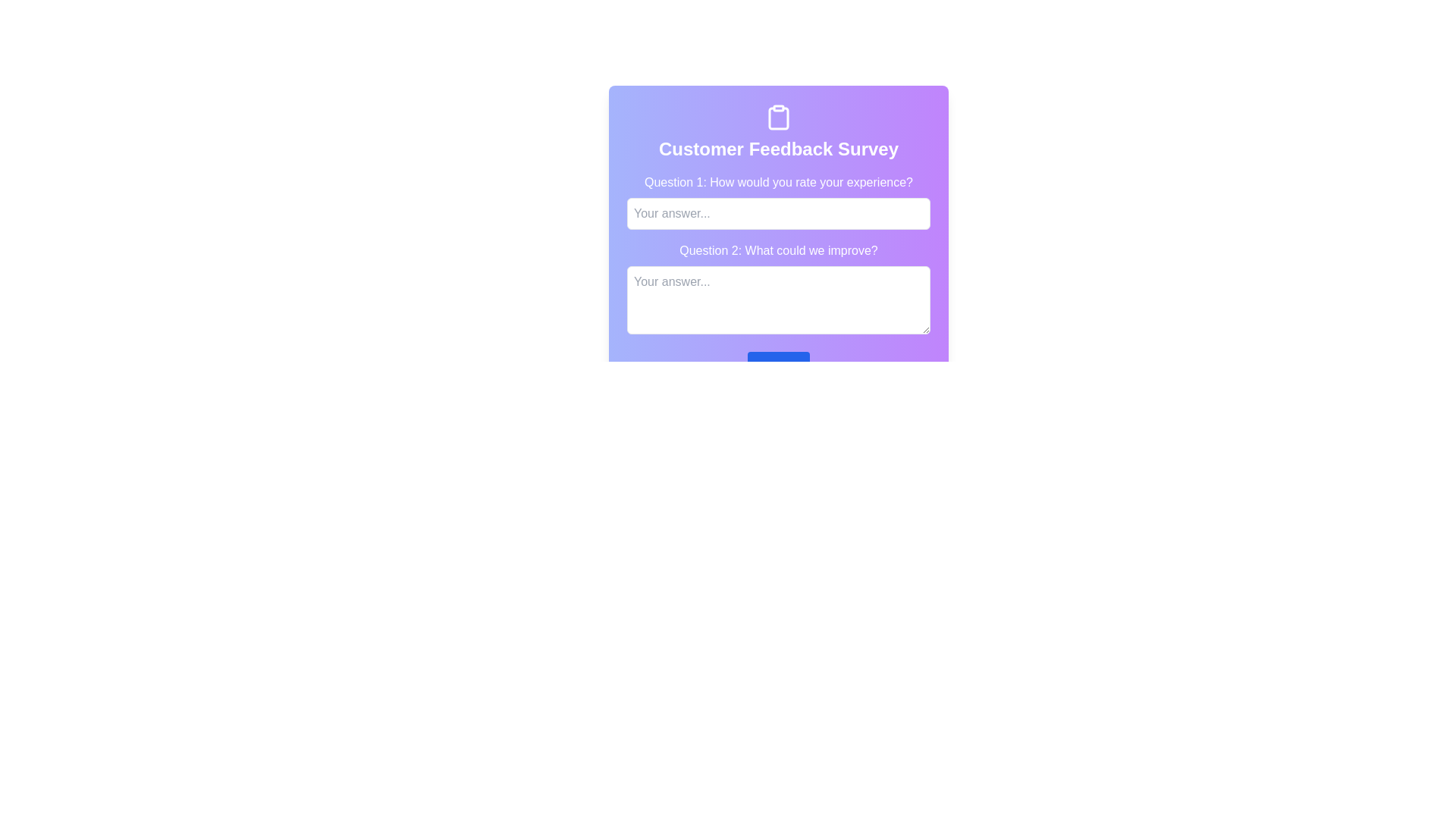 Image resolution: width=1456 pixels, height=819 pixels. What do you see at coordinates (779, 181) in the screenshot?
I see `the text prompt guiding the user to provide feedback about their experience, which is positioned at the top of the survey form` at bounding box center [779, 181].